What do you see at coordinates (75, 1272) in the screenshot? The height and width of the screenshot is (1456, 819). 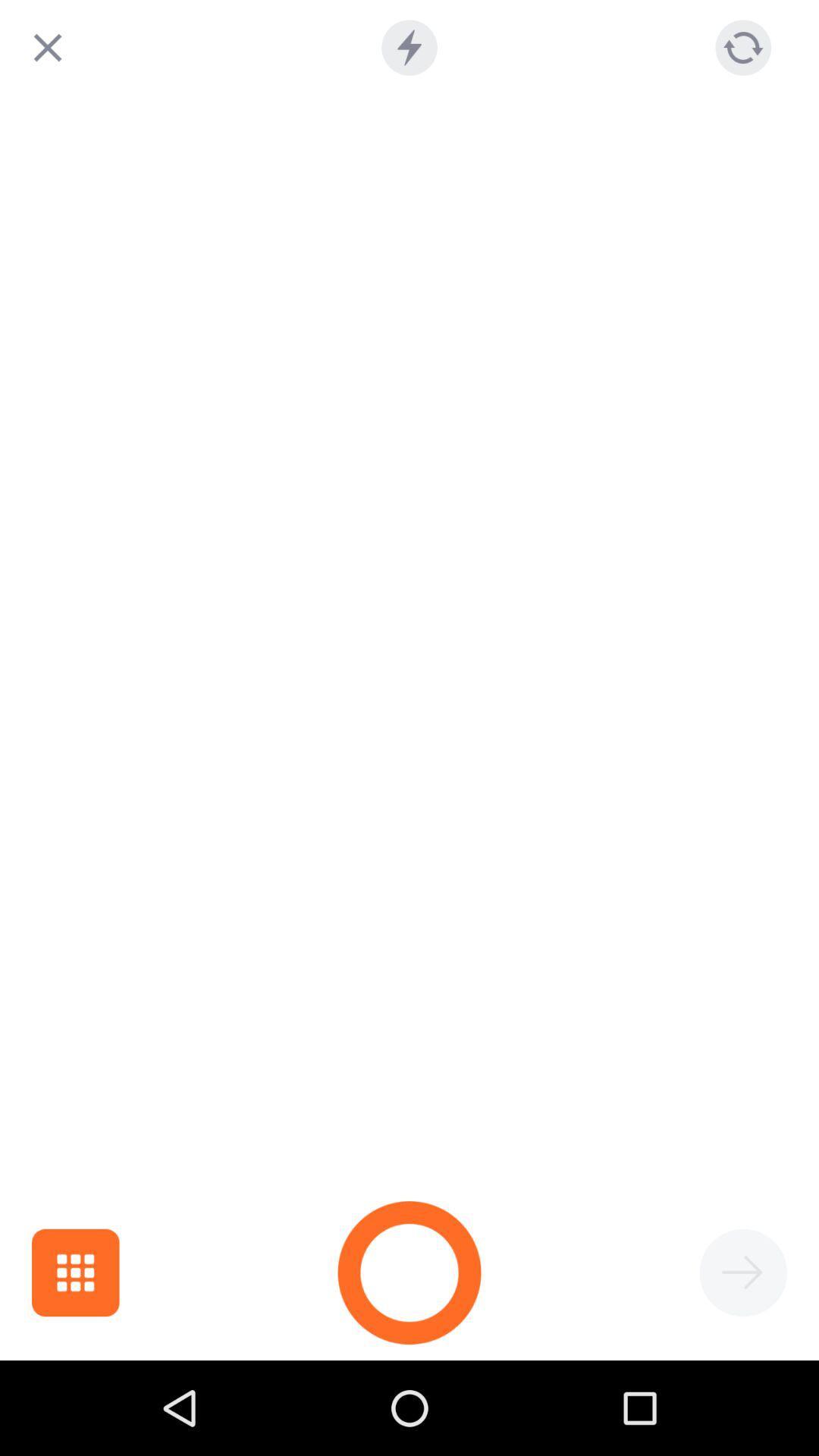 I see `show grid` at bounding box center [75, 1272].